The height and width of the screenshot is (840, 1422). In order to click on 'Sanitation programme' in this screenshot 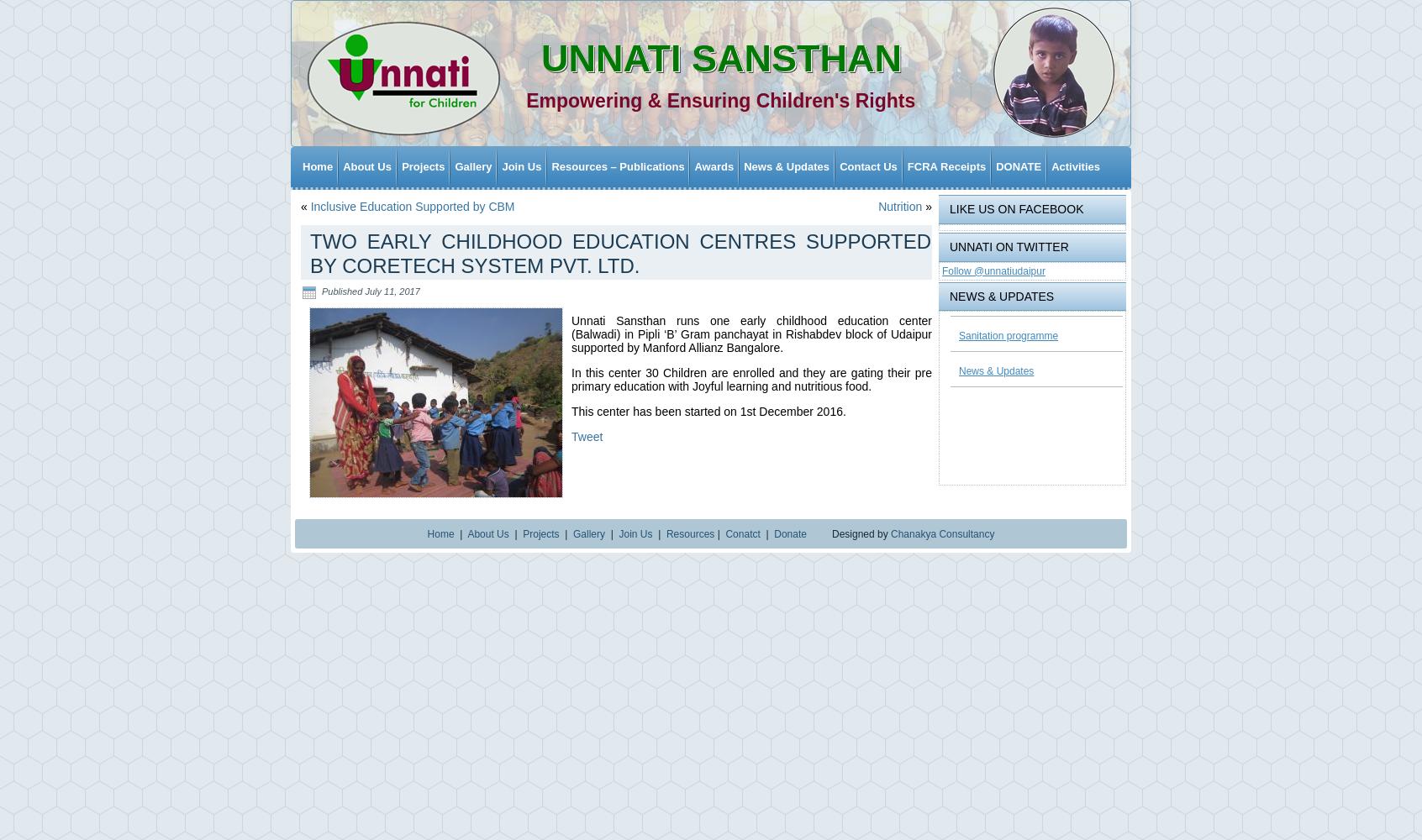, I will do `click(1007, 329)`.